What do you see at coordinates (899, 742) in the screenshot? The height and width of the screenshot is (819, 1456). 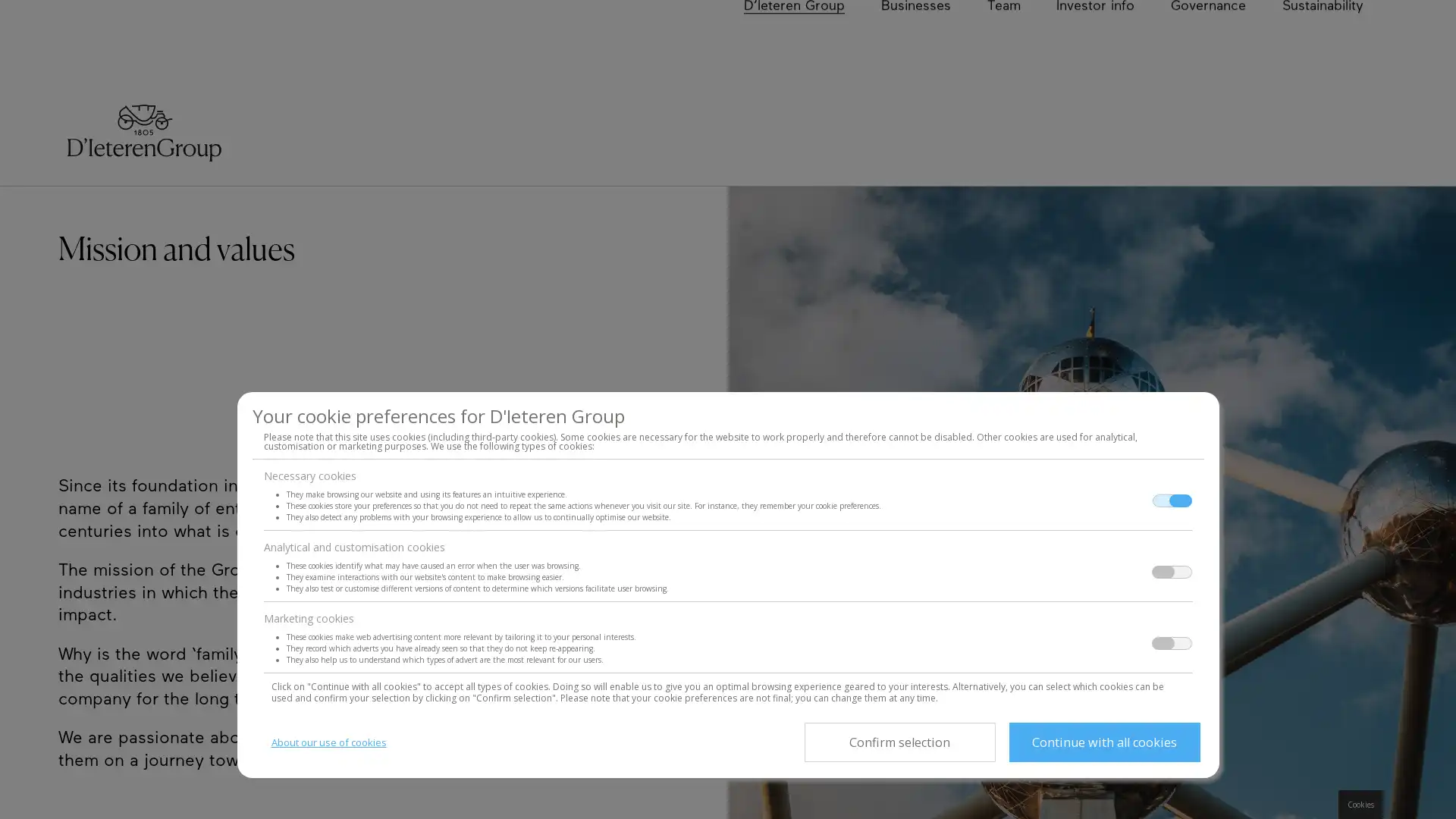 I see `Save Consent Preferences` at bounding box center [899, 742].